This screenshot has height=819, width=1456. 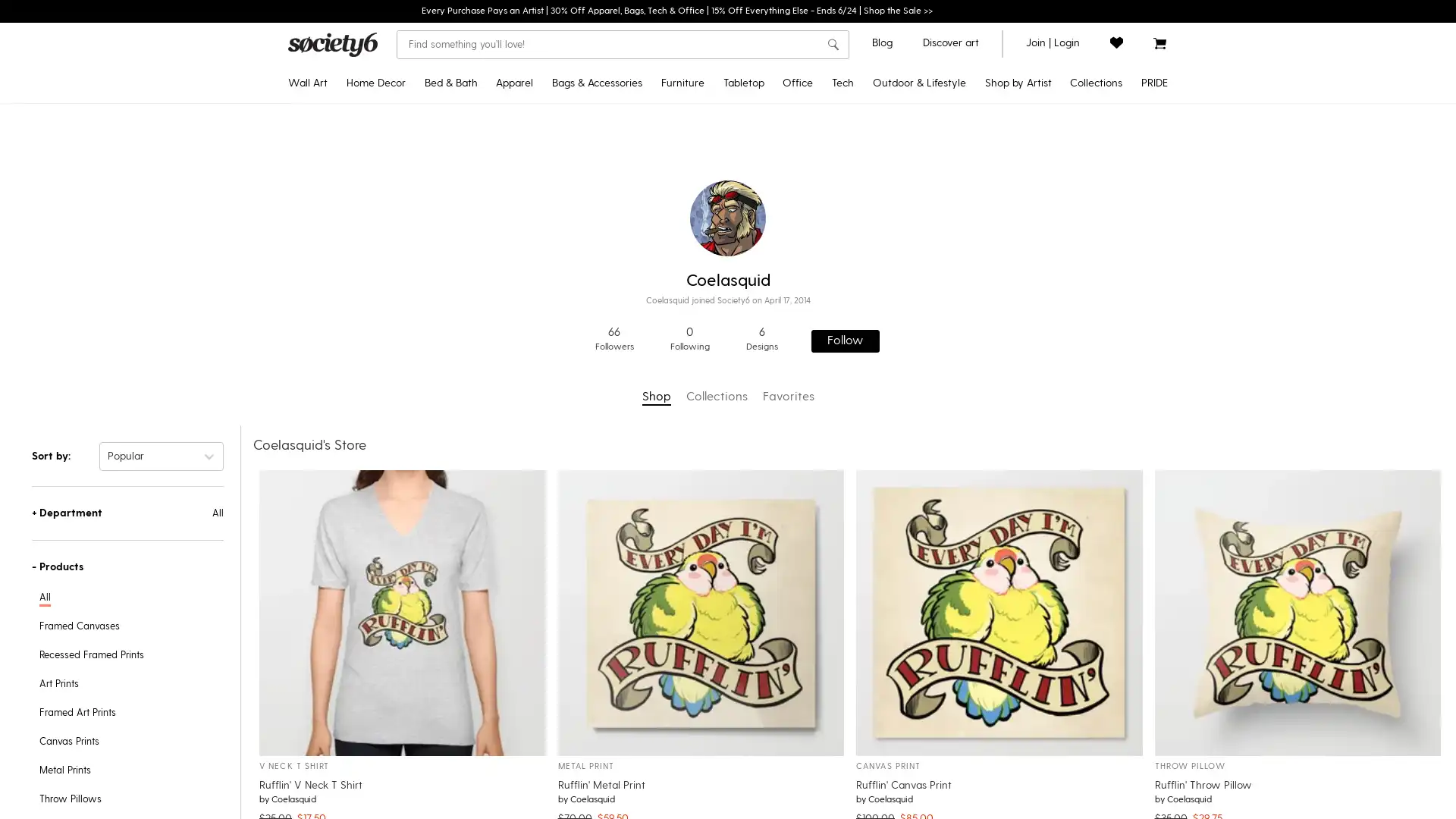 What do you see at coordinates (607, 268) in the screenshot?
I see `Makeup Bags` at bounding box center [607, 268].